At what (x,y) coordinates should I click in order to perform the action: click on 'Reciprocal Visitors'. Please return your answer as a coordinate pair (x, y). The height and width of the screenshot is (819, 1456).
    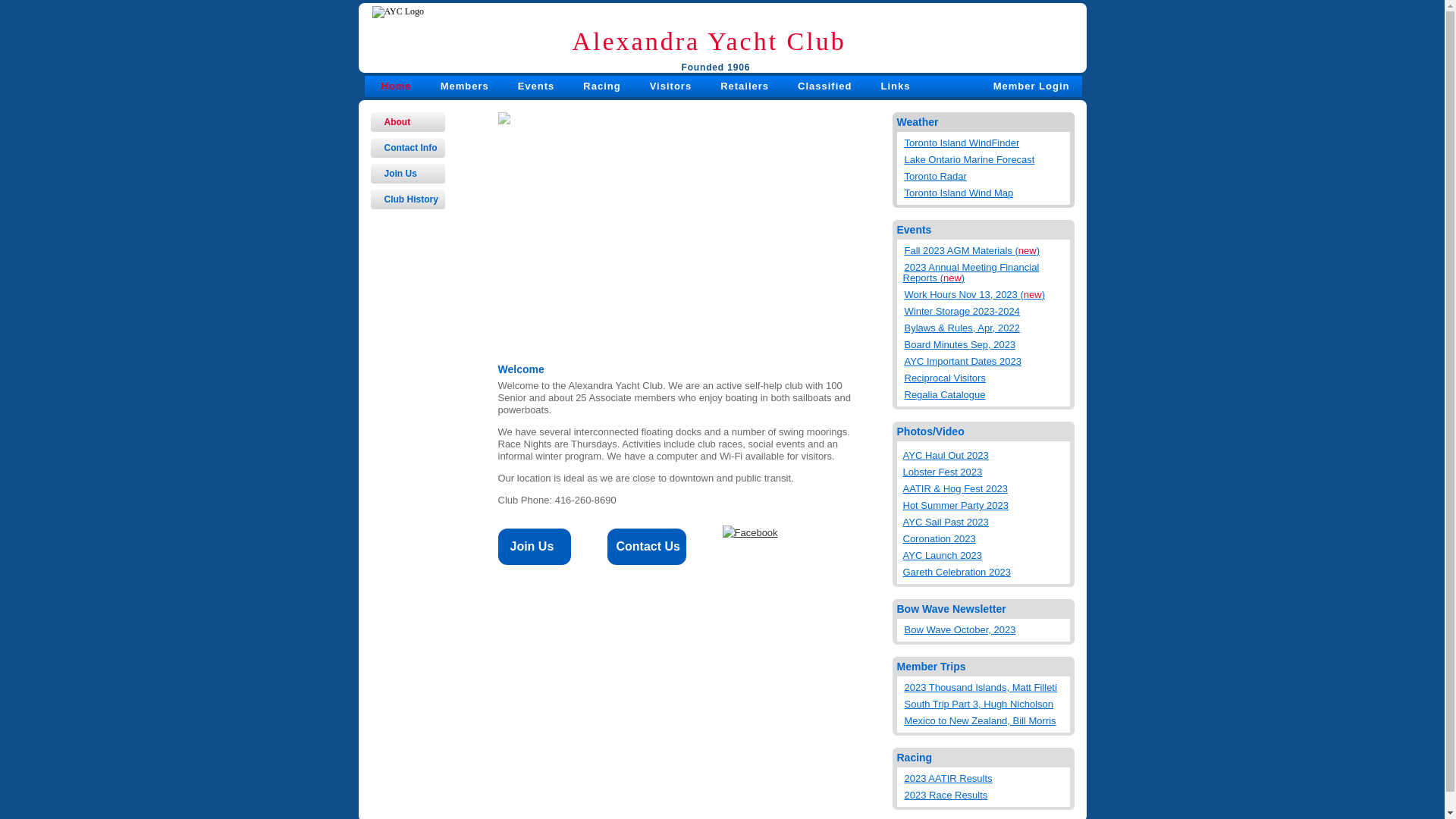
    Looking at the image, I should click on (986, 375).